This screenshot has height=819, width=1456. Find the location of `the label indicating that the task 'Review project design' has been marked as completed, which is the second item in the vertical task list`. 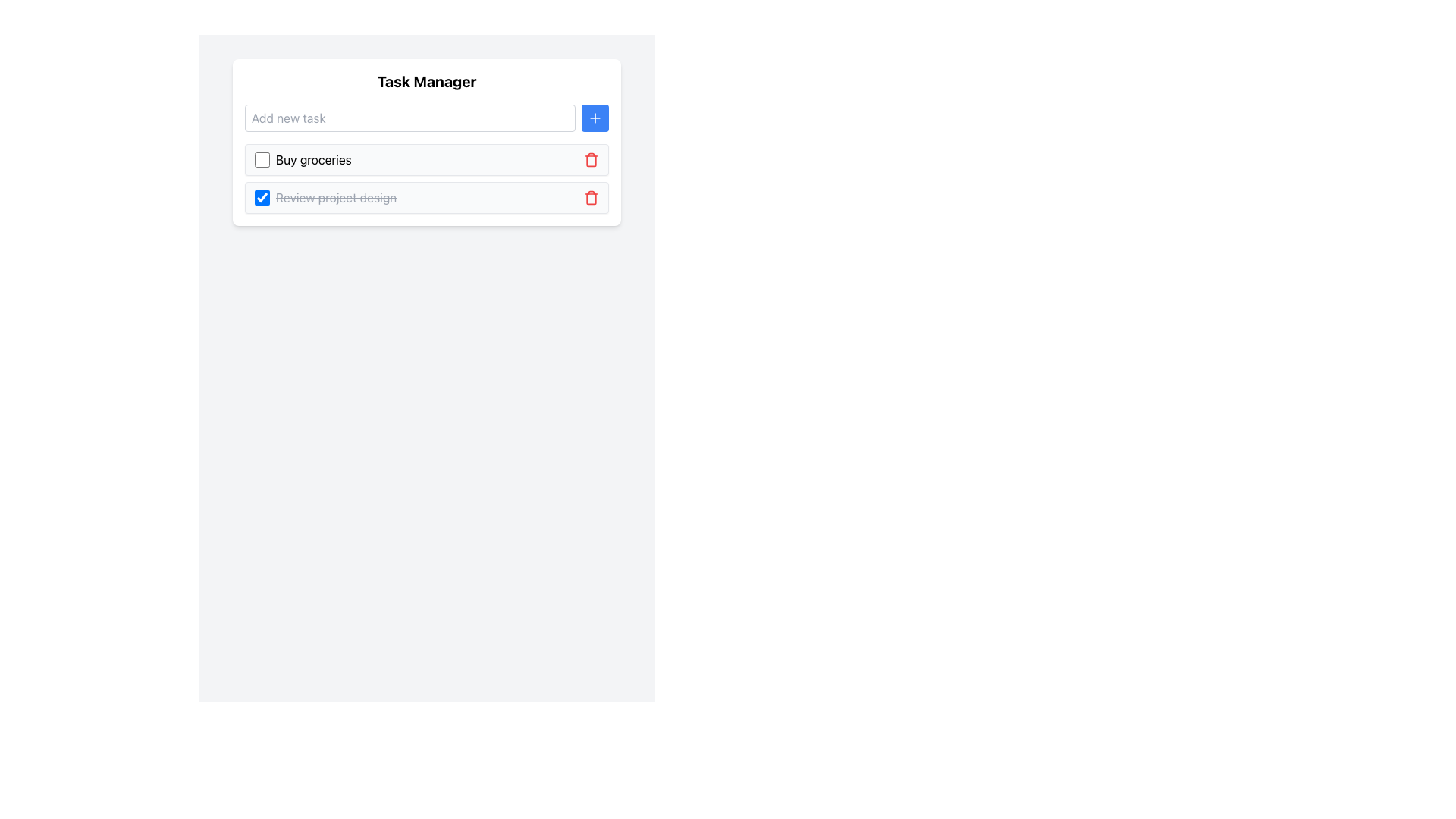

the label indicating that the task 'Review project design' has been marked as completed, which is the second item in the vertical task list is located at coordinates (325, 197).